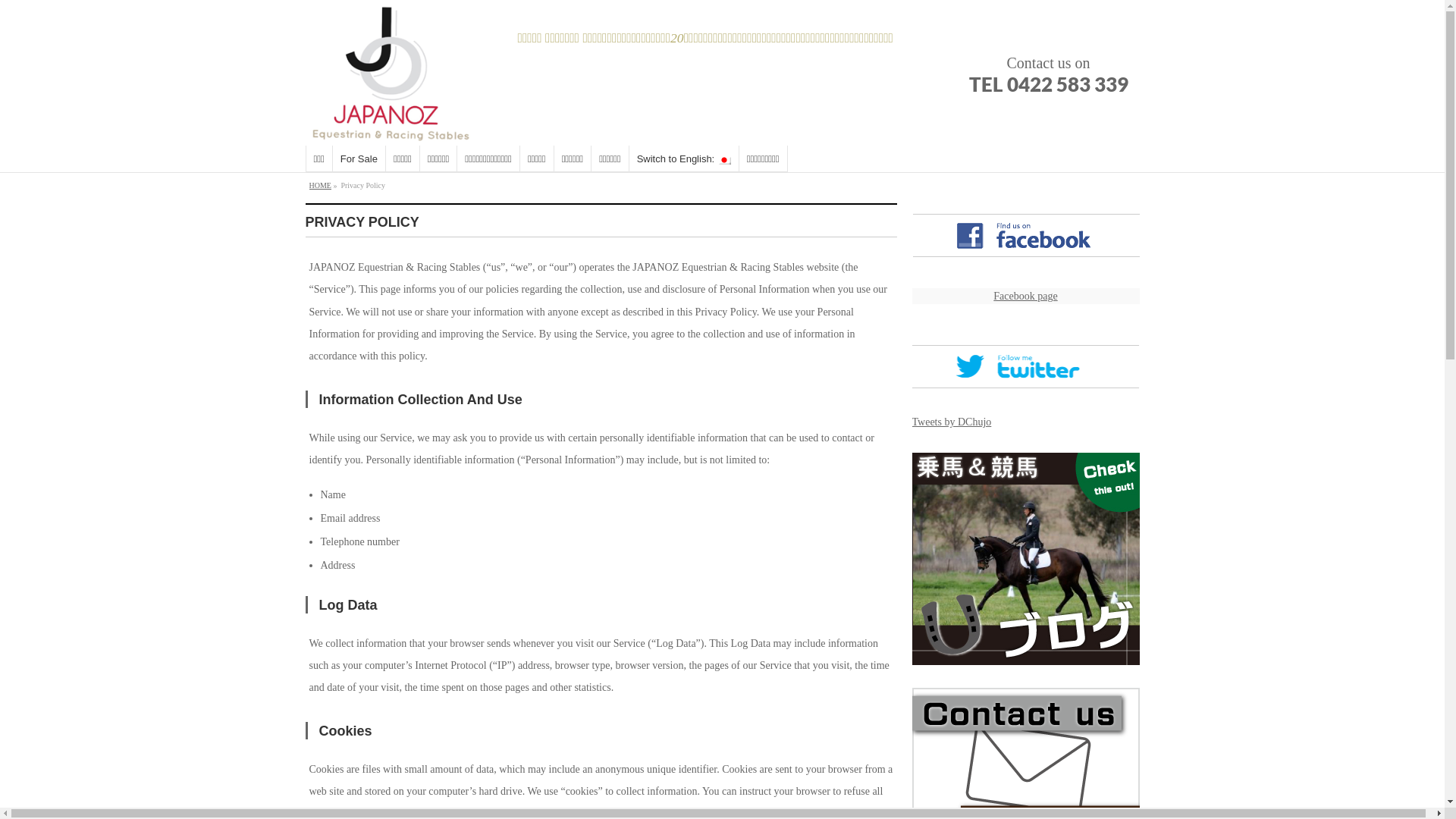 The width and height of the screenshot is (1456, 819). What do you see at coordinates (683, 158) in the screenshot?
I see `'Switch to English: '` at bounding box center [683, 158].